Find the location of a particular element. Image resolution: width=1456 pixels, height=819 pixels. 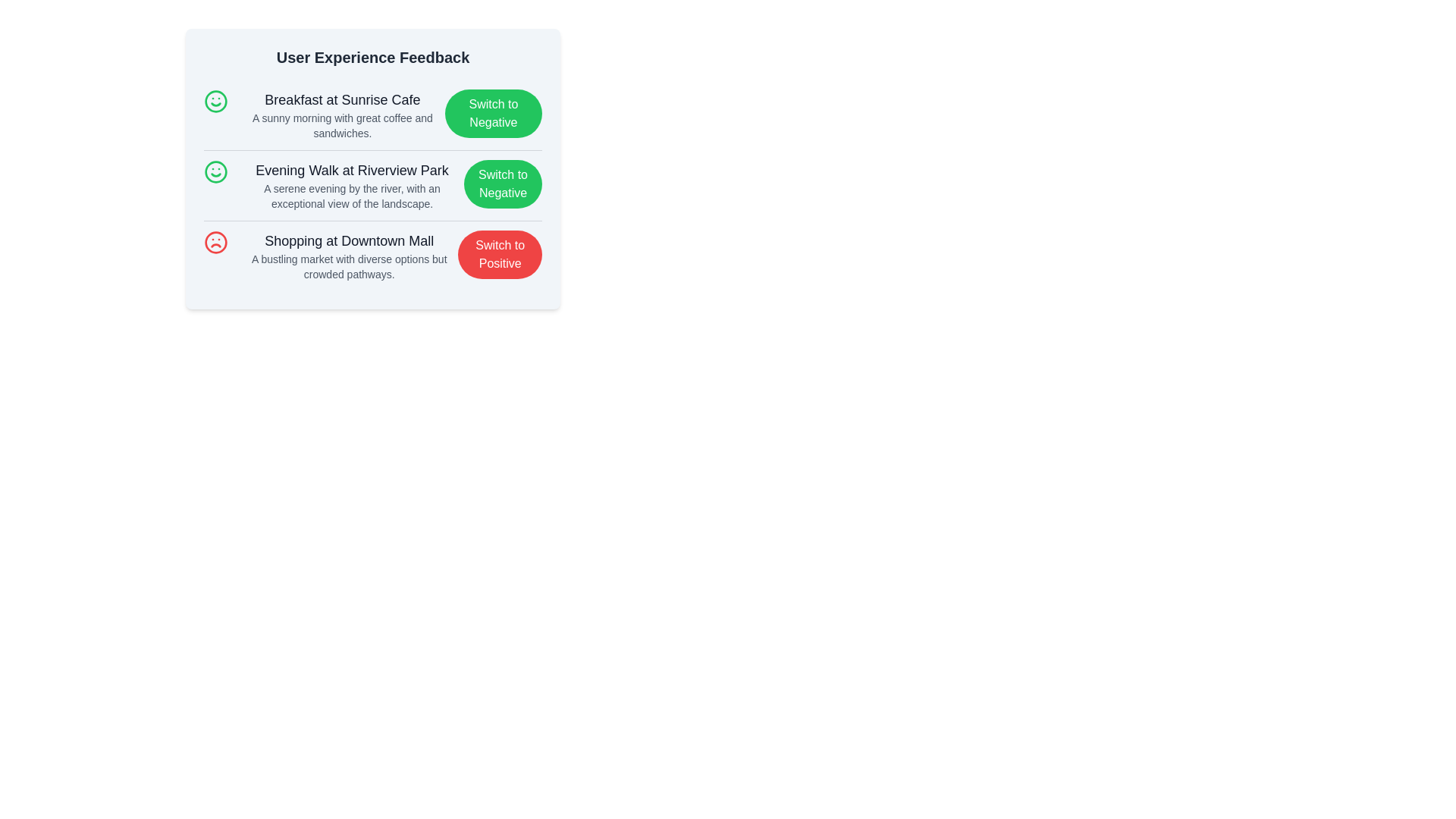

the sentiment icon for Evening Walk at Riverview Park is located at coordinates (215, 171).